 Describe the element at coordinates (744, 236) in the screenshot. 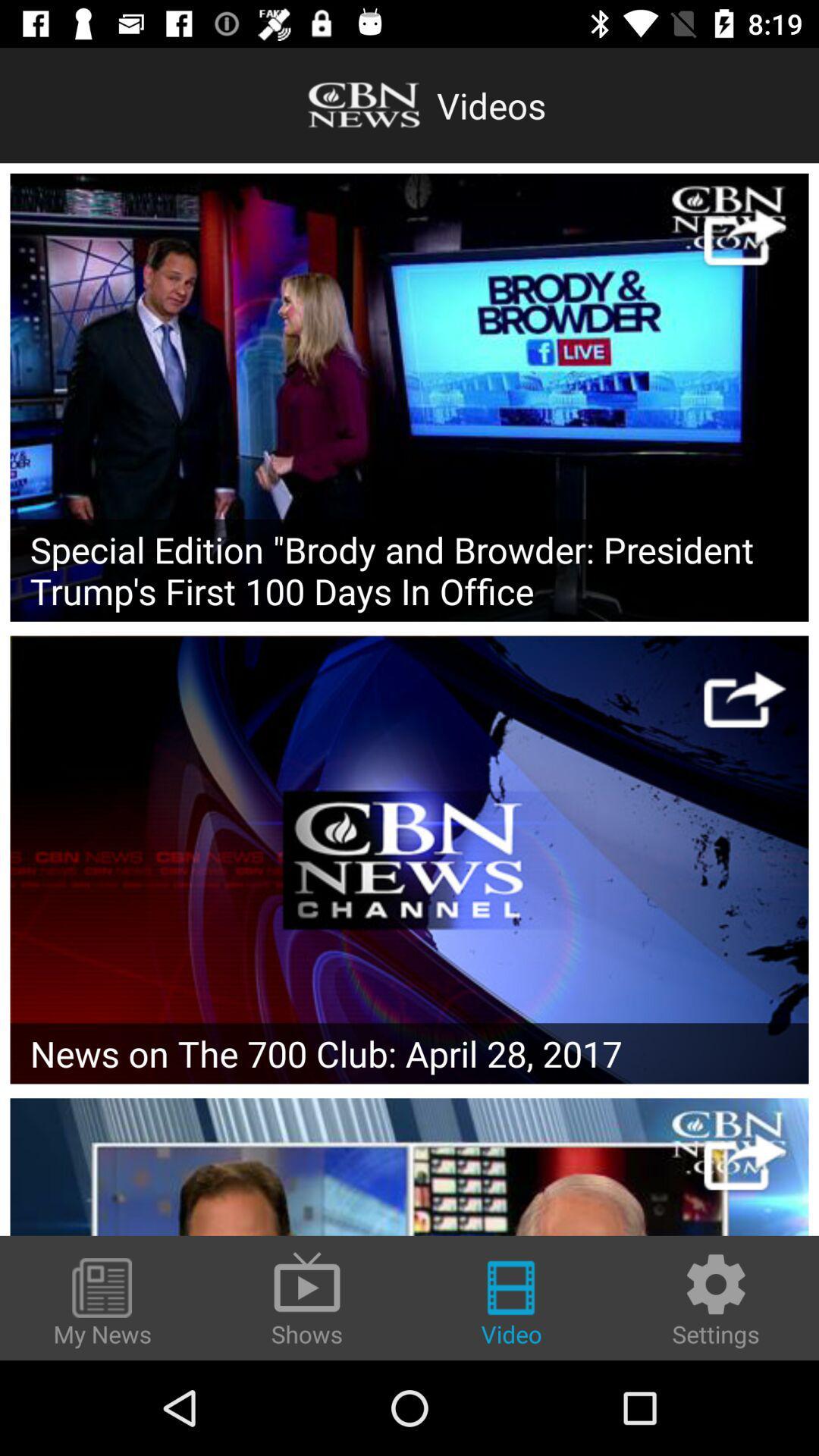

I see `cbn website` at that location.